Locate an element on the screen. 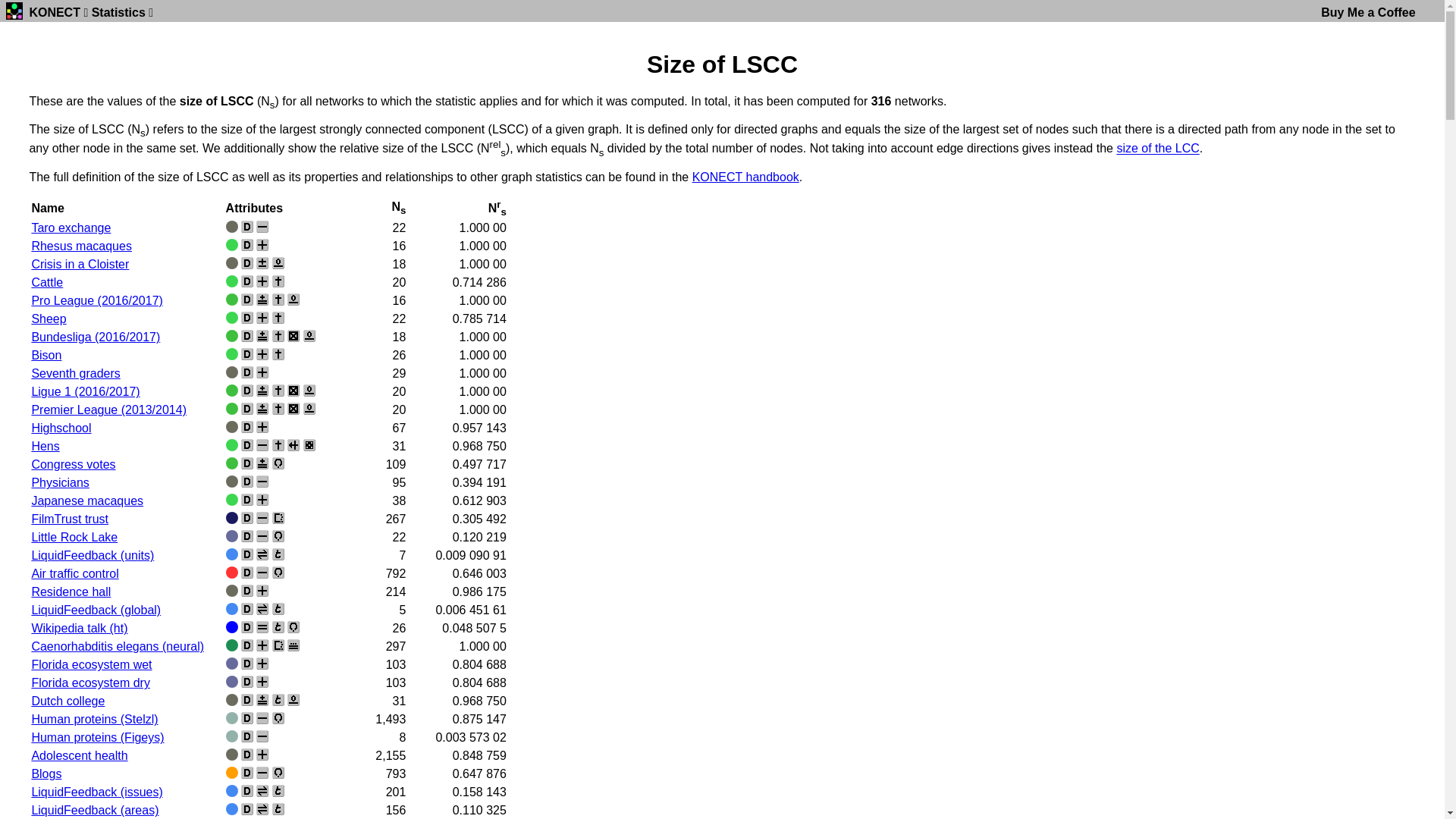 The width and height of the screenshot is (1456, 819). 'Inverted edges can be interpreted as negated edges' is located at coordinates (278, 281).